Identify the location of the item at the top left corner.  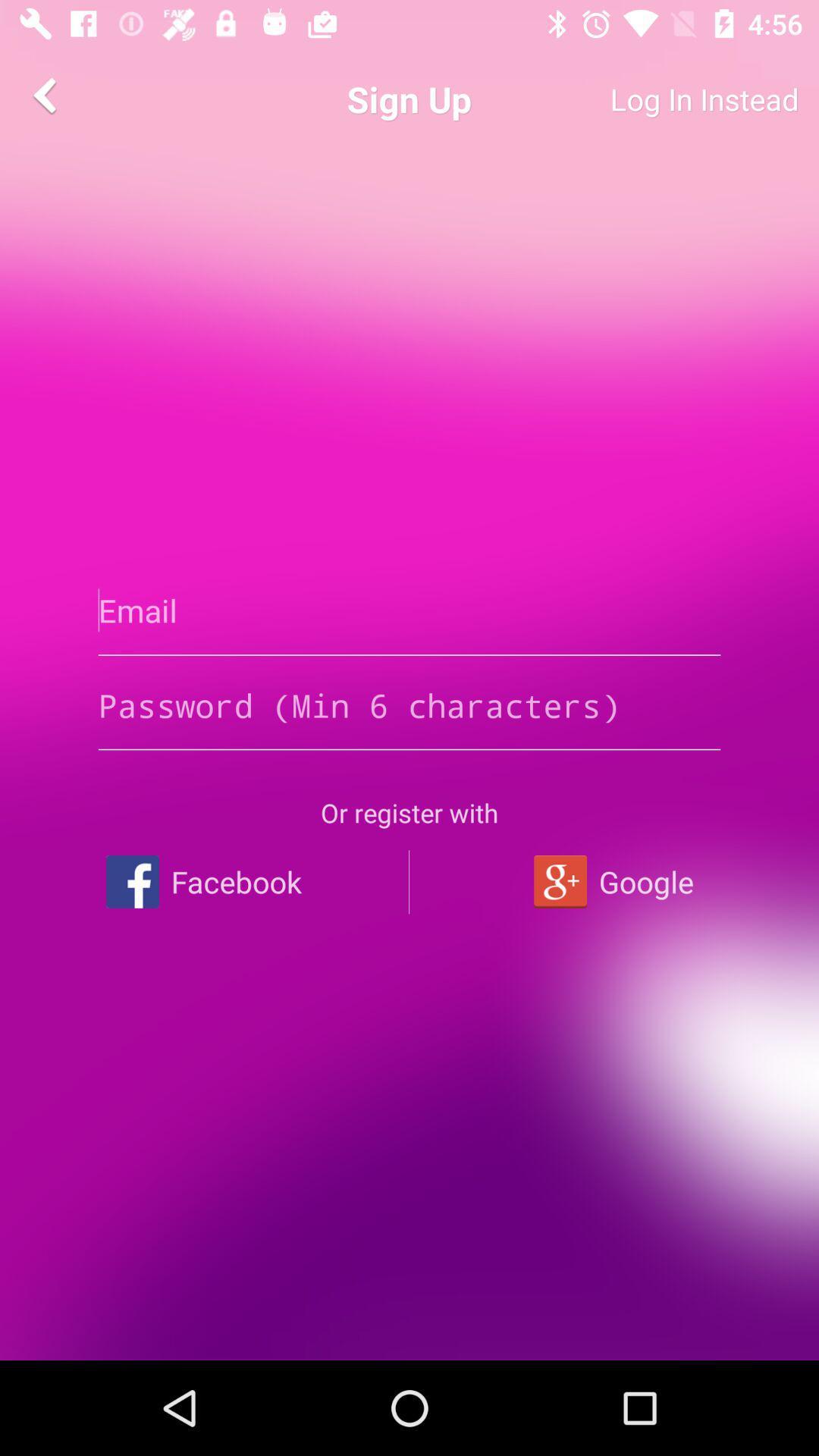
(46, 94).